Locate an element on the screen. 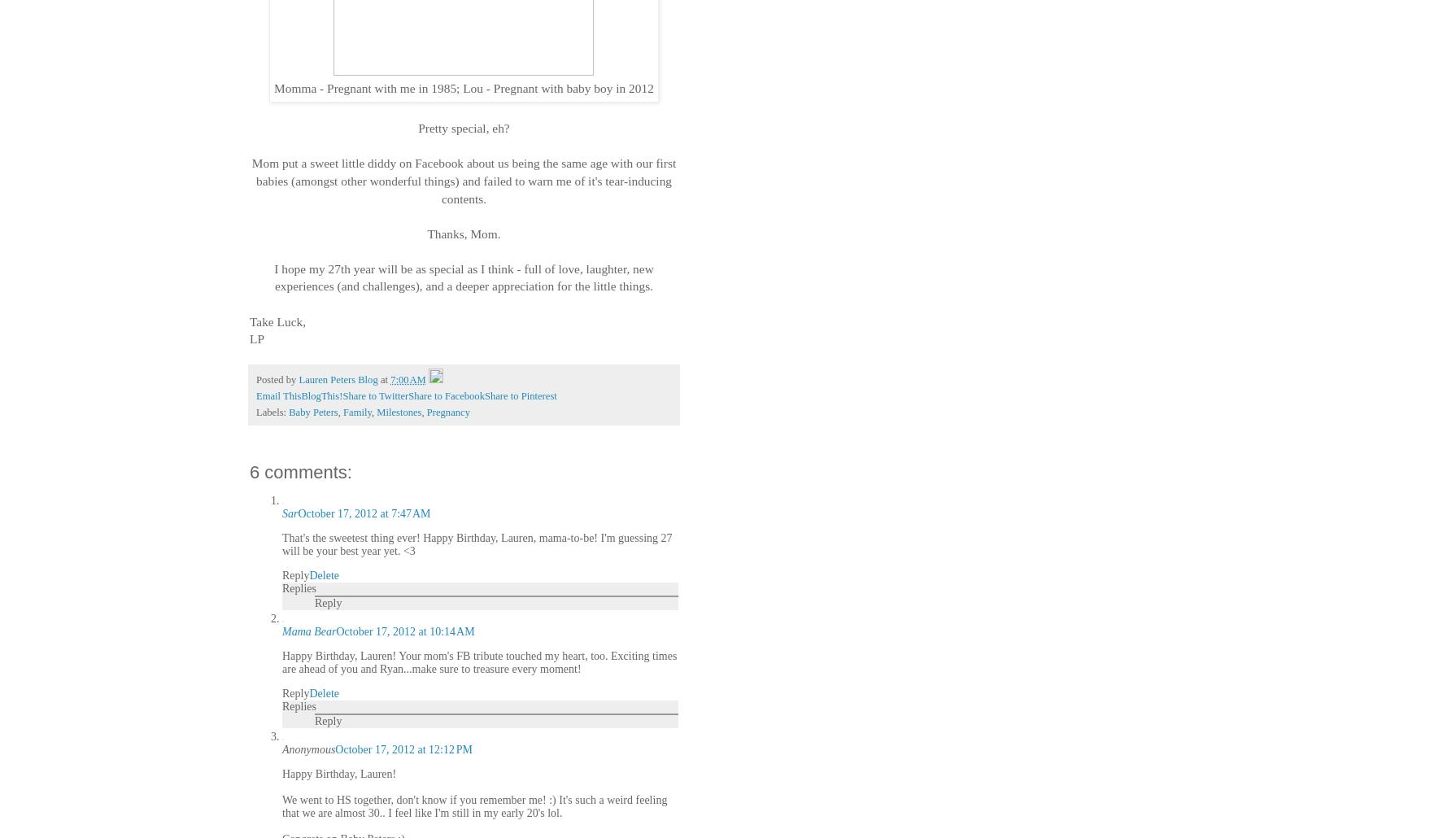  'Posted by' is located at coordinates (277, 378).